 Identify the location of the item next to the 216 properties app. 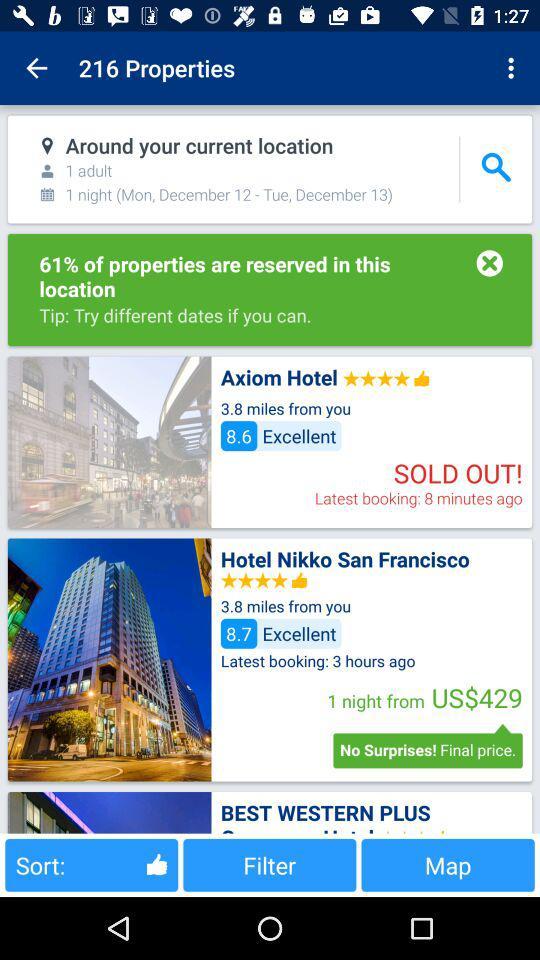
(36, 68).